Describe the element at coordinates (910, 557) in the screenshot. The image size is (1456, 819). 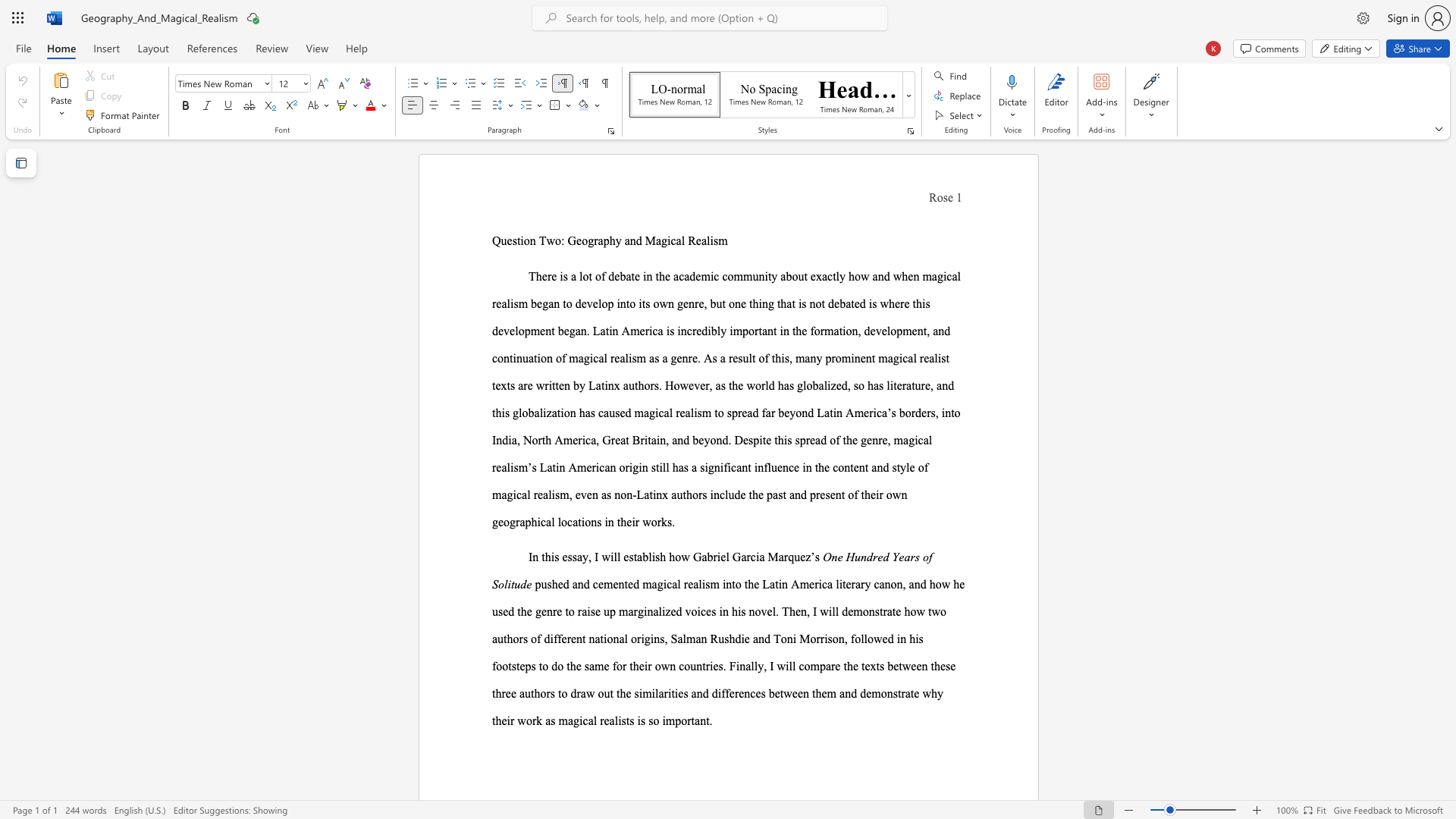
I see `the subset text "rs of Sol" within the text "One Hundred Years of Solitude"` at that location.